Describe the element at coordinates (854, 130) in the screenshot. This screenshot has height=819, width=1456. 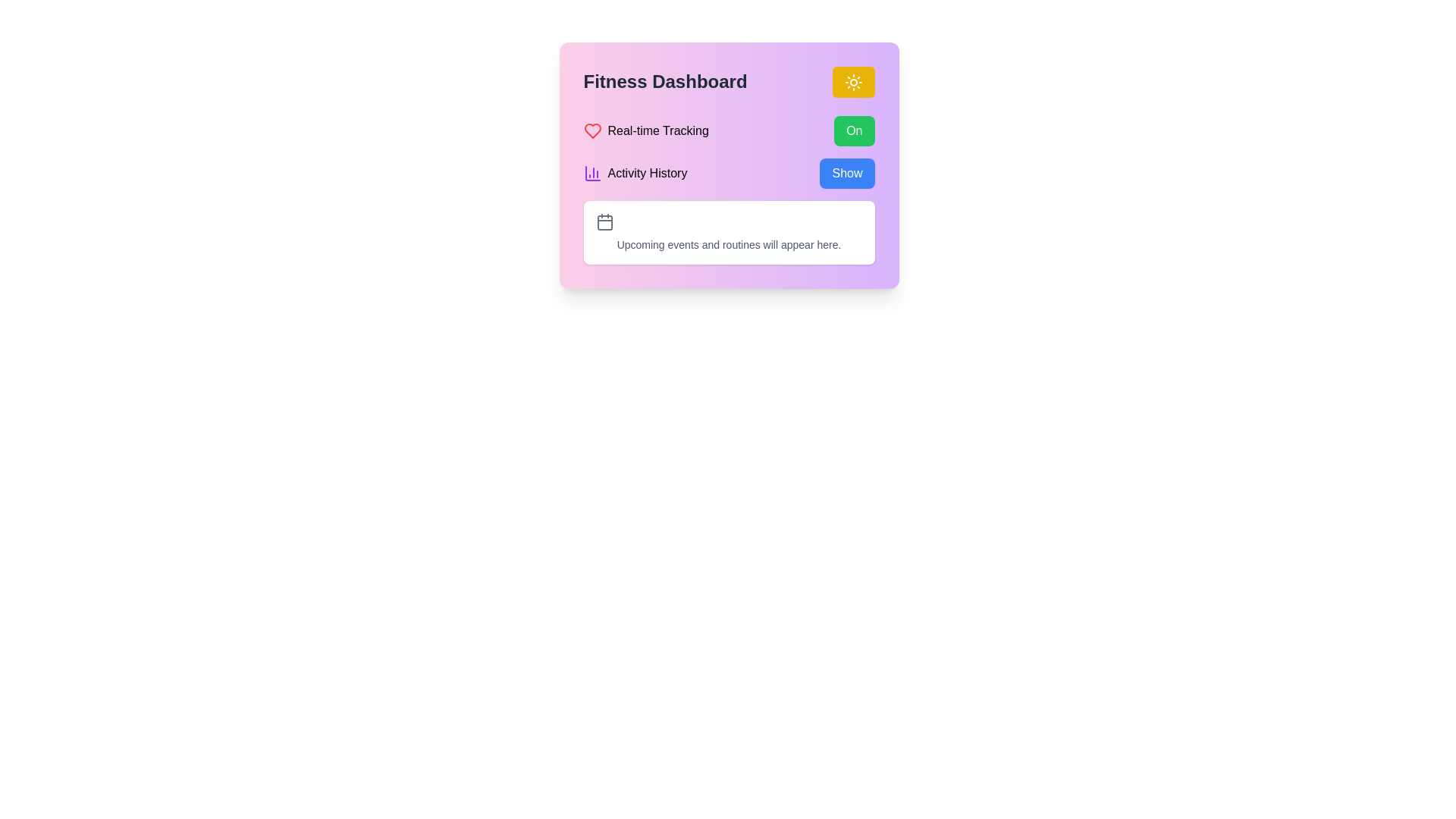
I see `the green button labeled 'On' located on the right side of the 'Real-time Tracking' section` at that location.